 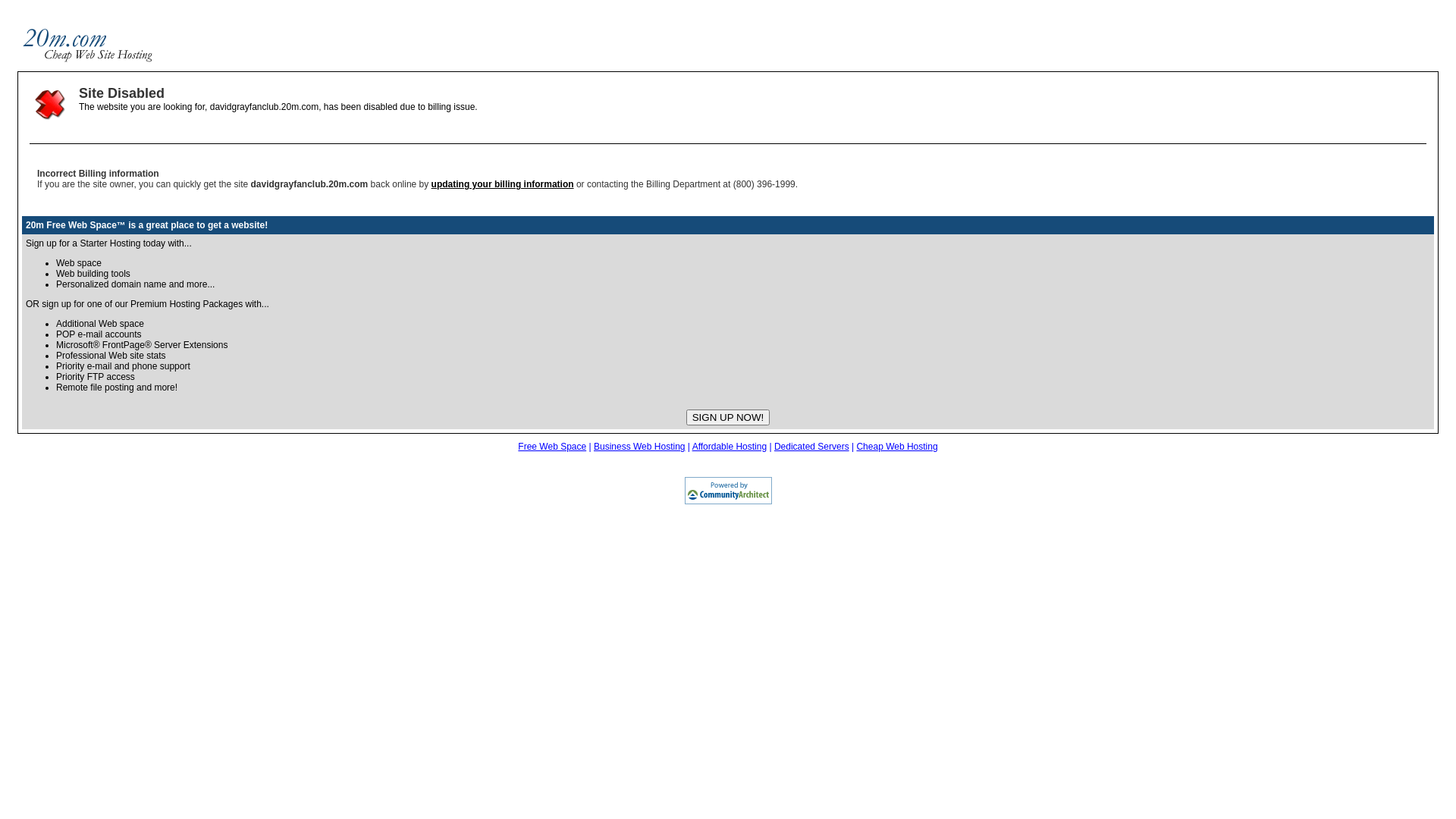 I want to click on 'Affordable Hosting', so click(x=691, y=446).